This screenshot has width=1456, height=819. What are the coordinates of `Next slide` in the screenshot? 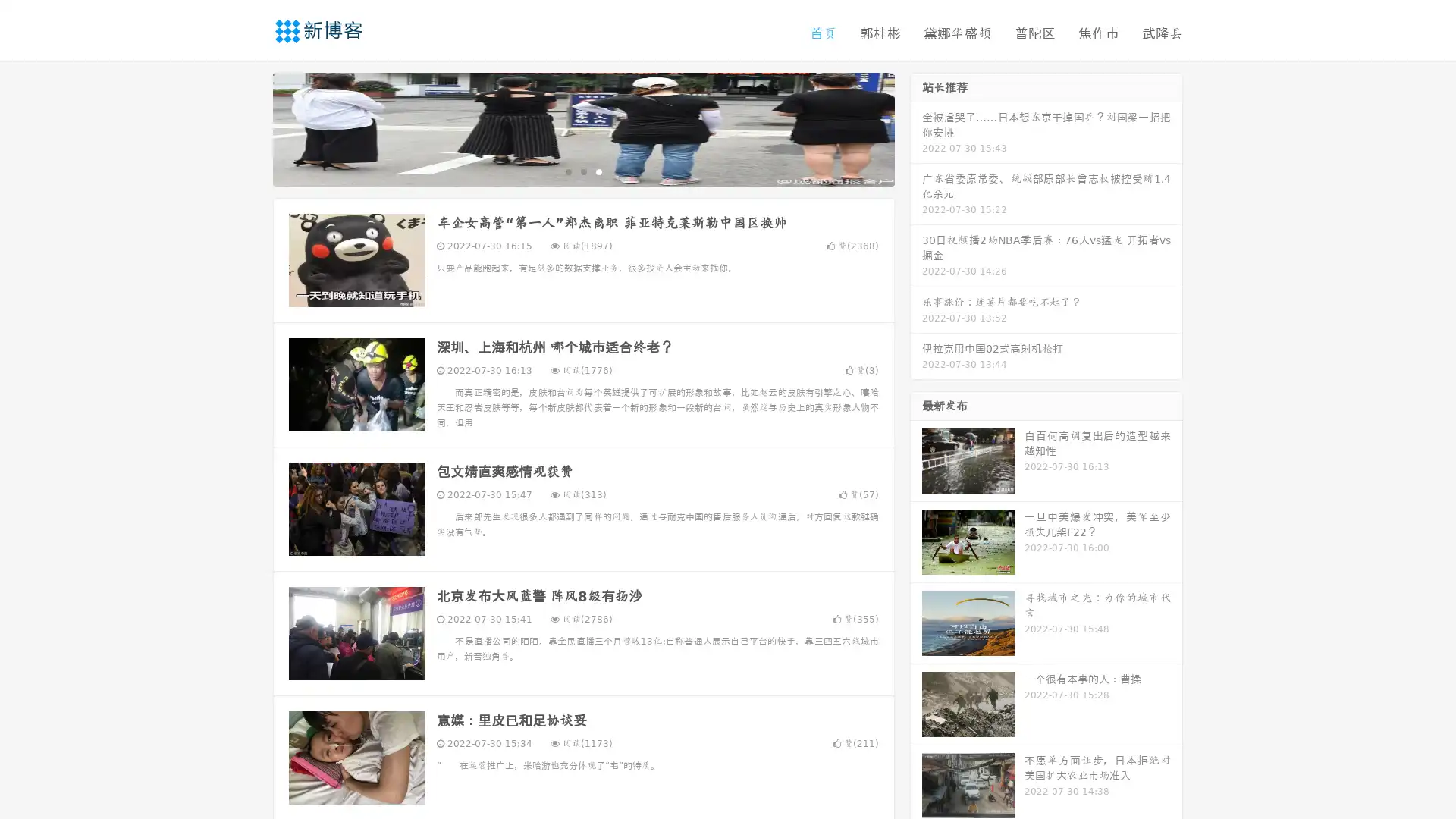 It's located at (916, 127).